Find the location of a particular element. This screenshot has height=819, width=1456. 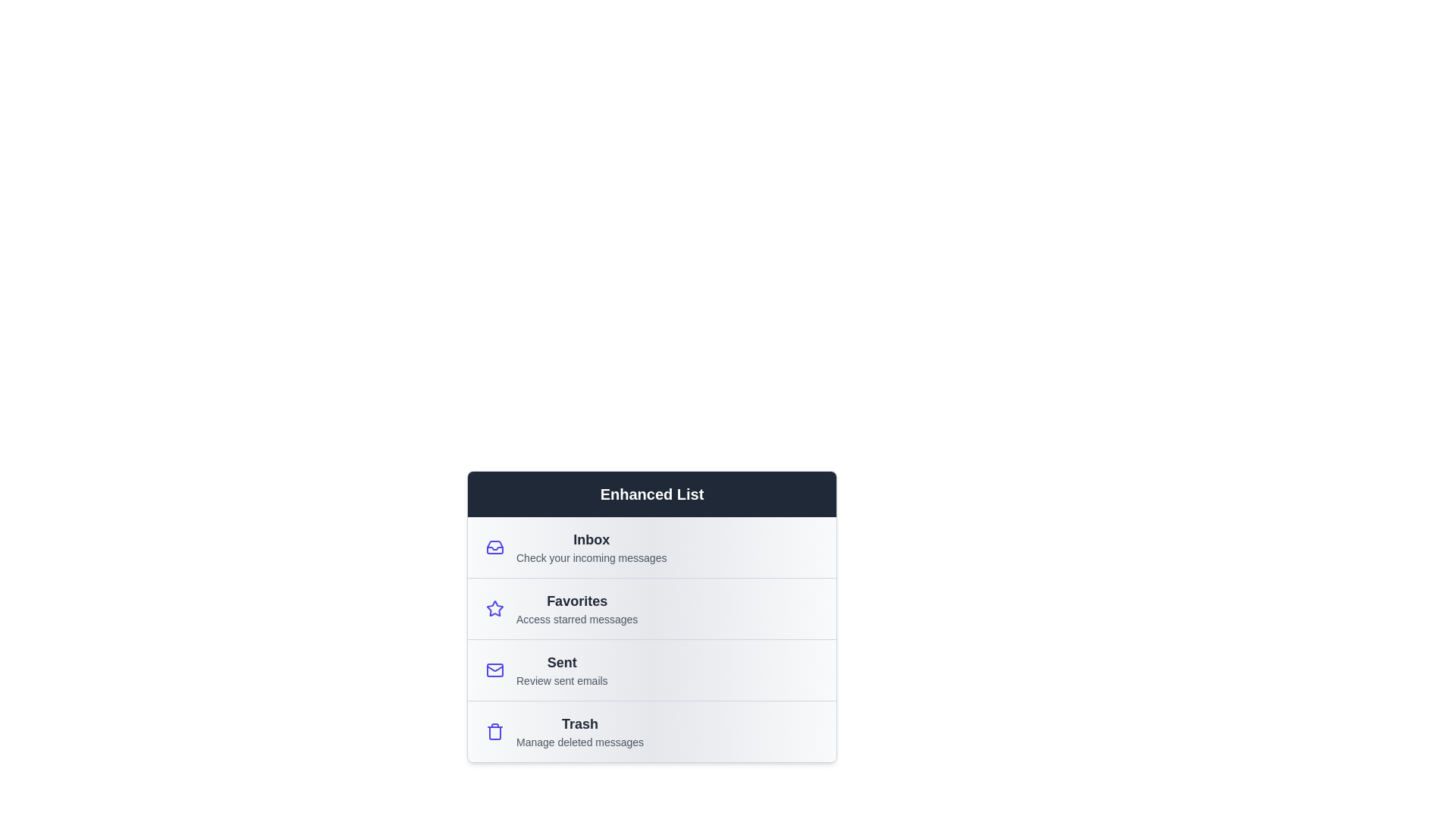

the 'Inbox' text label that indicates the title of the 'Inbox' section, which is located in the first row of the 'Enhanced List' and above the text 'Check your incoming messages' is located at coordinates (591, 539).